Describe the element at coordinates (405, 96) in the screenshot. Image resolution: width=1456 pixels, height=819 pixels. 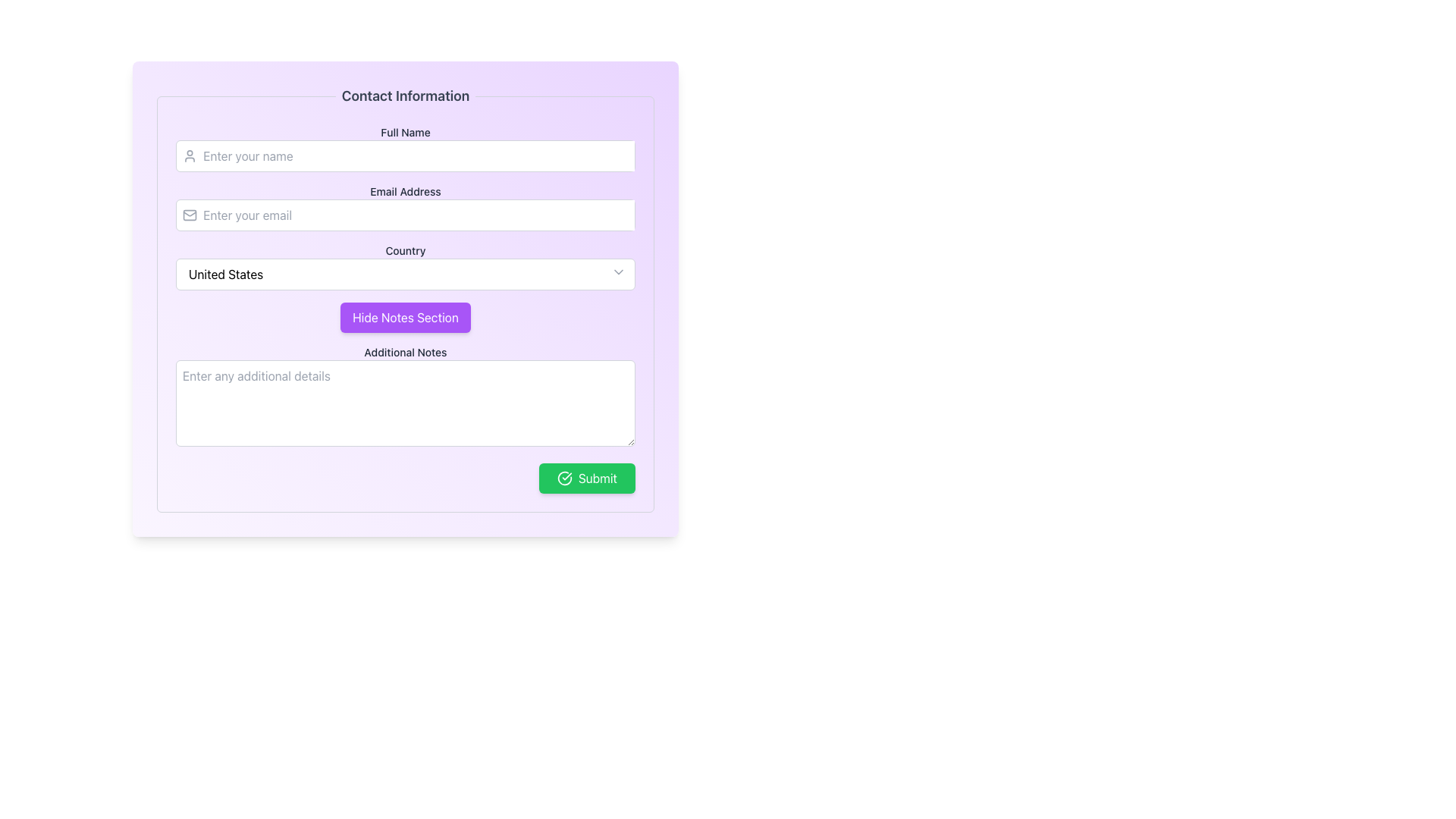
I see `the static header text label that indicates the section pertains to contact information, located at the top of the purple card interface` at that location.